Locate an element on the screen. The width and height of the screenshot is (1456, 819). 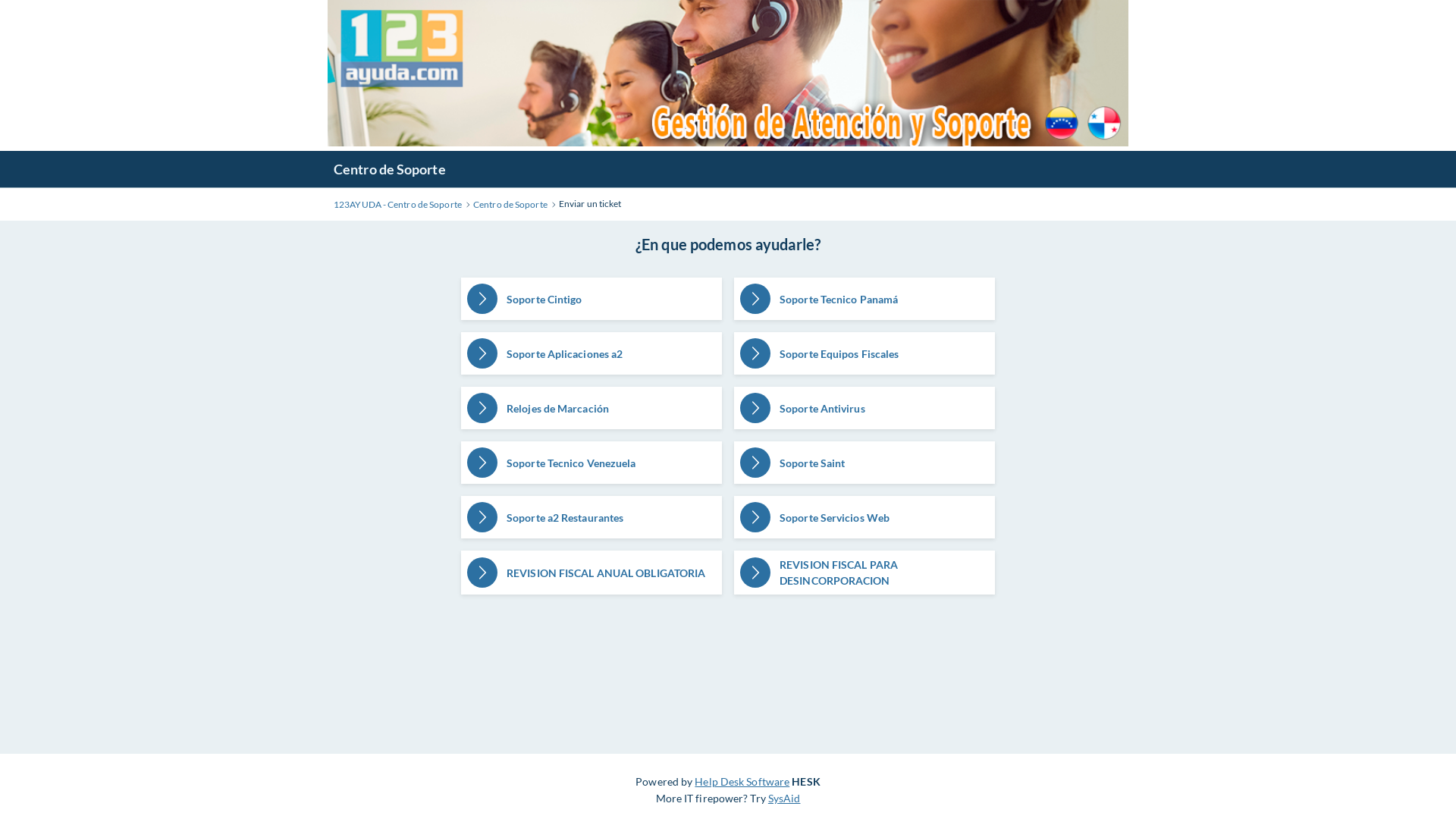
'SysAid' is located at coordinates (767, 797).